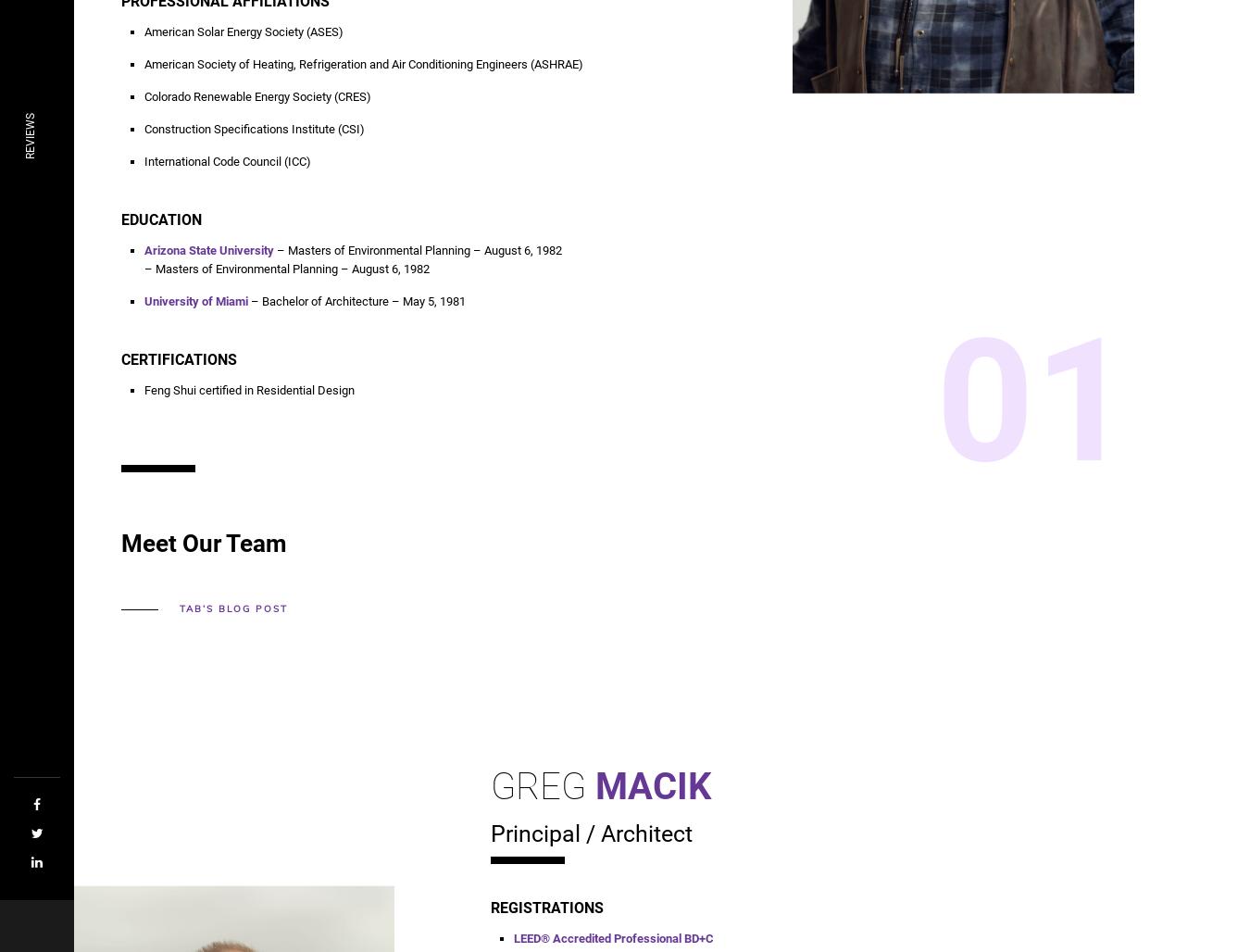 The image size is (1250, 952). What do you see at coordinates (356, 300) in the screenshot?
I see `'– Bachelor of Architecture – May 5, 1981'` at bounding box center [356, 300].